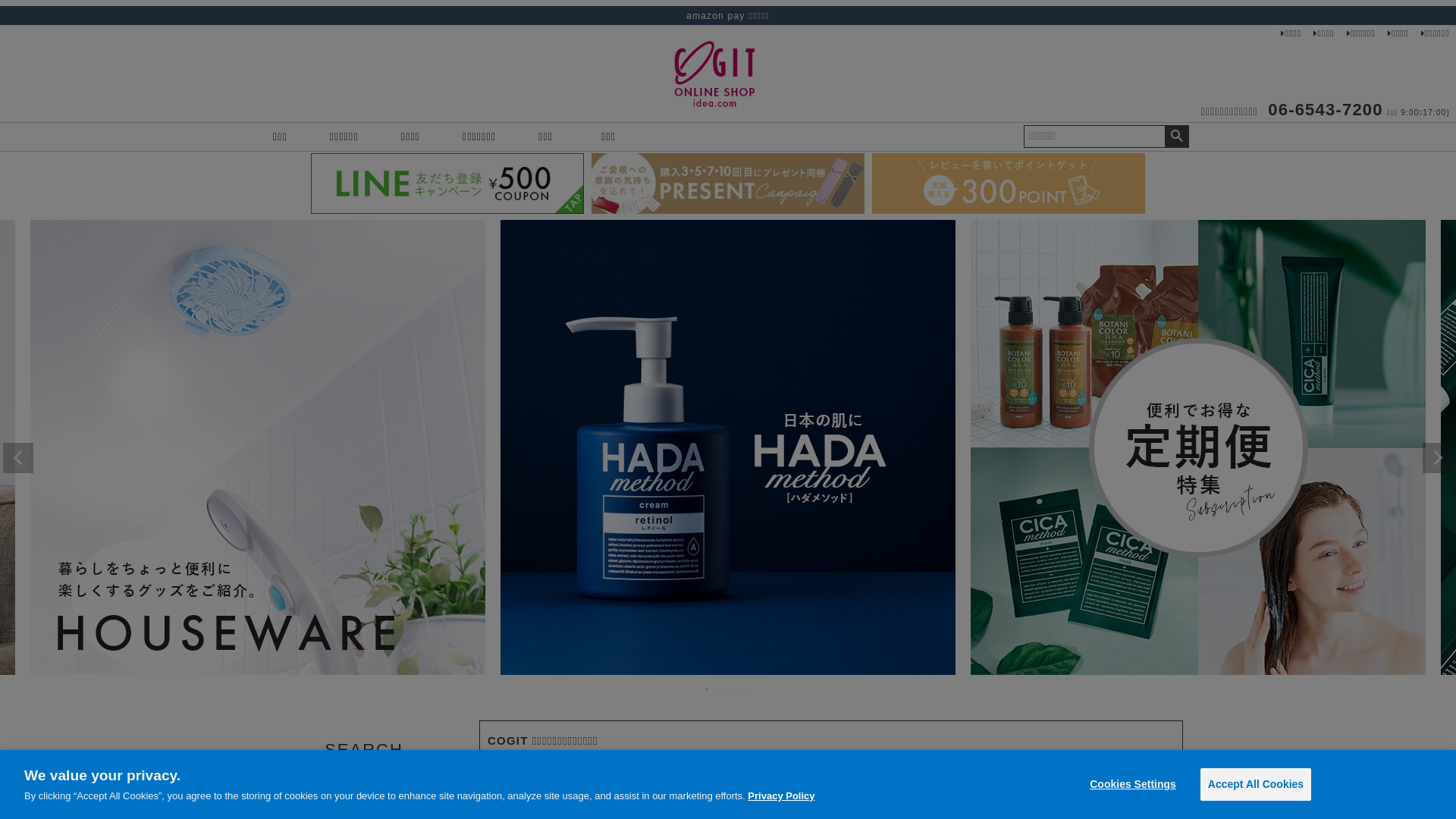 The height and width of the screenshot is (819, 1456). I want to click on '4', so click(739, 688).